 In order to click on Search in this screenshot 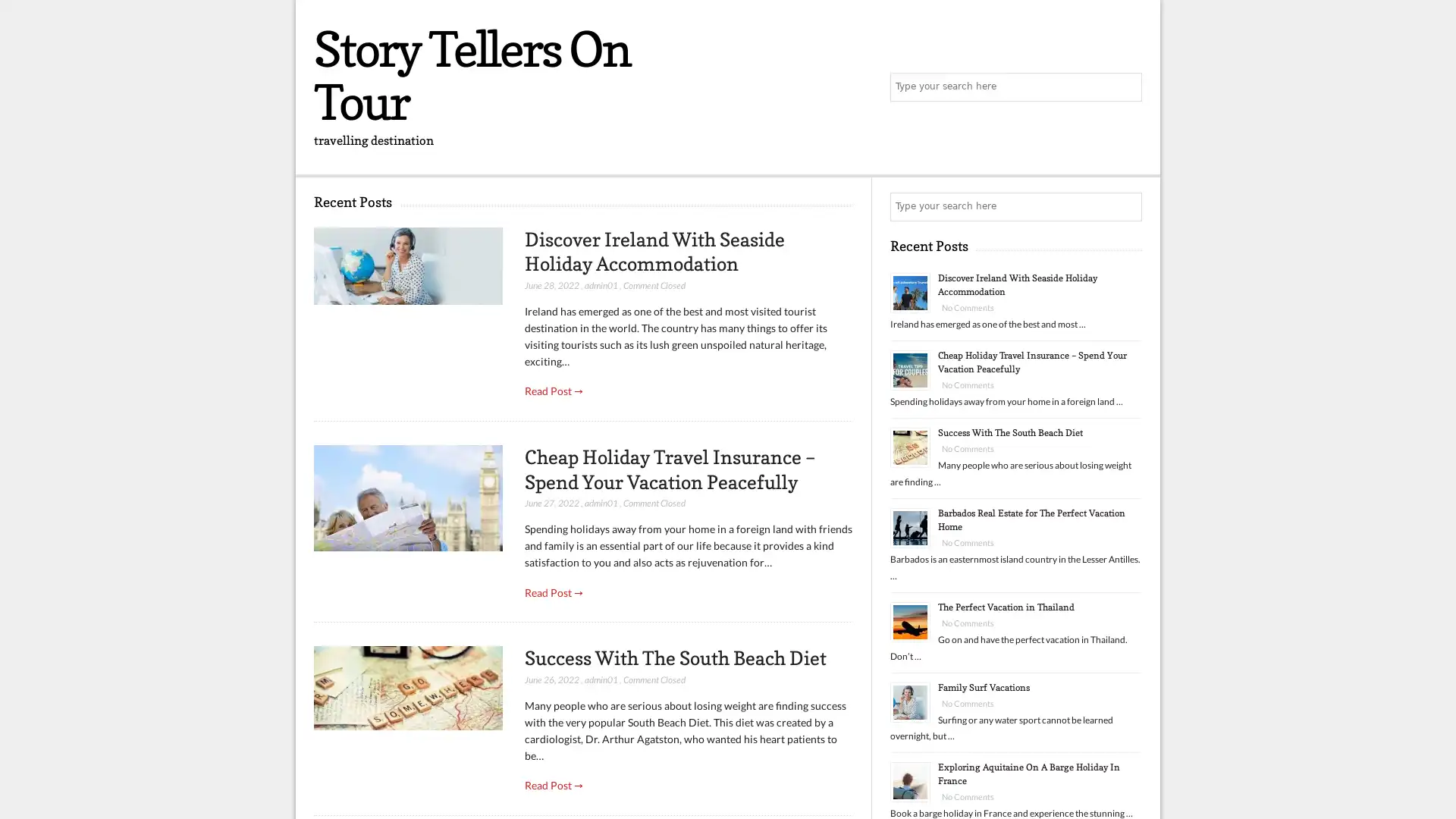, I will do `click(1126, 87)`.